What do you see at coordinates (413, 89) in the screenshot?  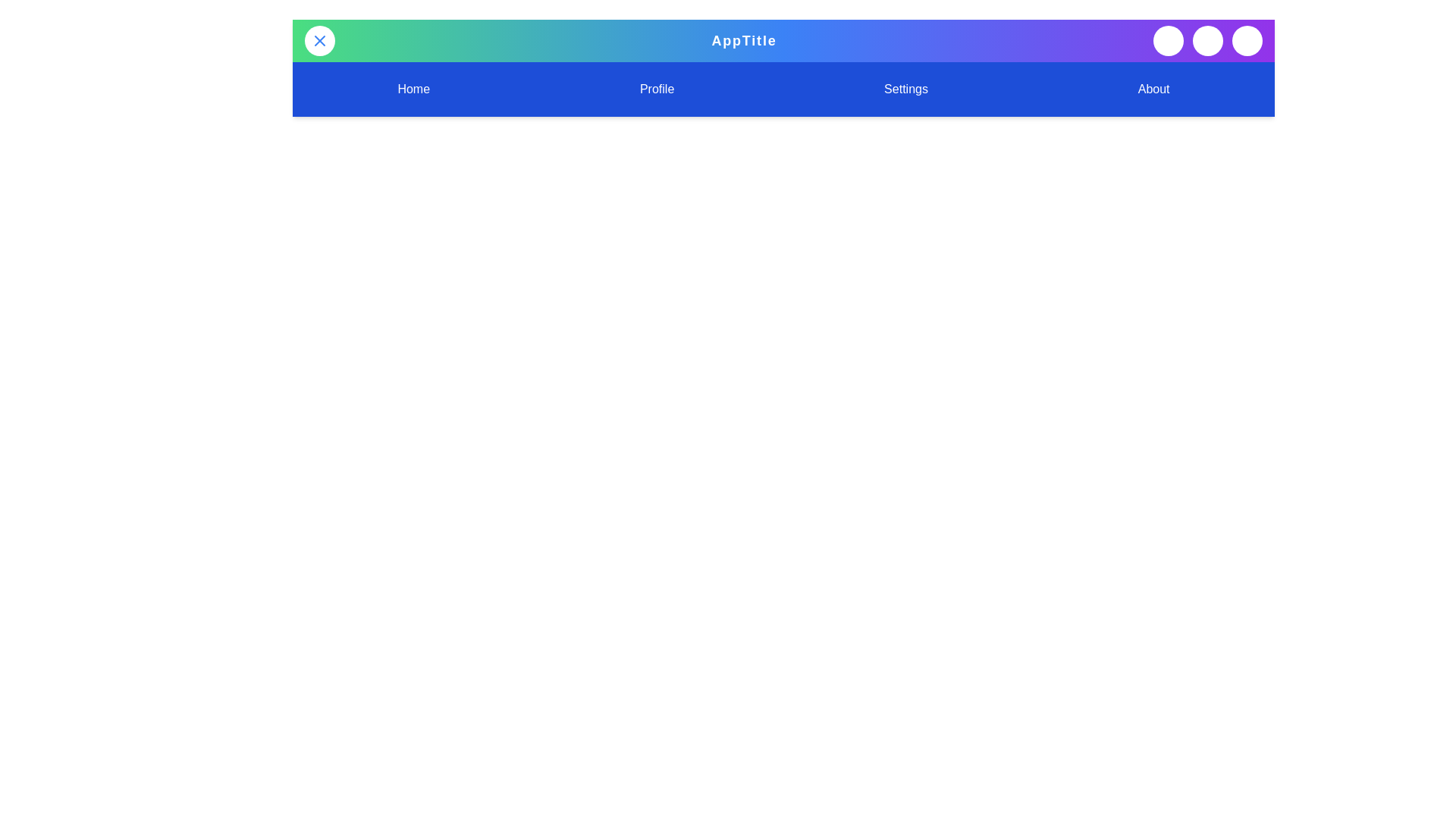 I see `the 'Home' navigation item` at bounding box center [413, 89].